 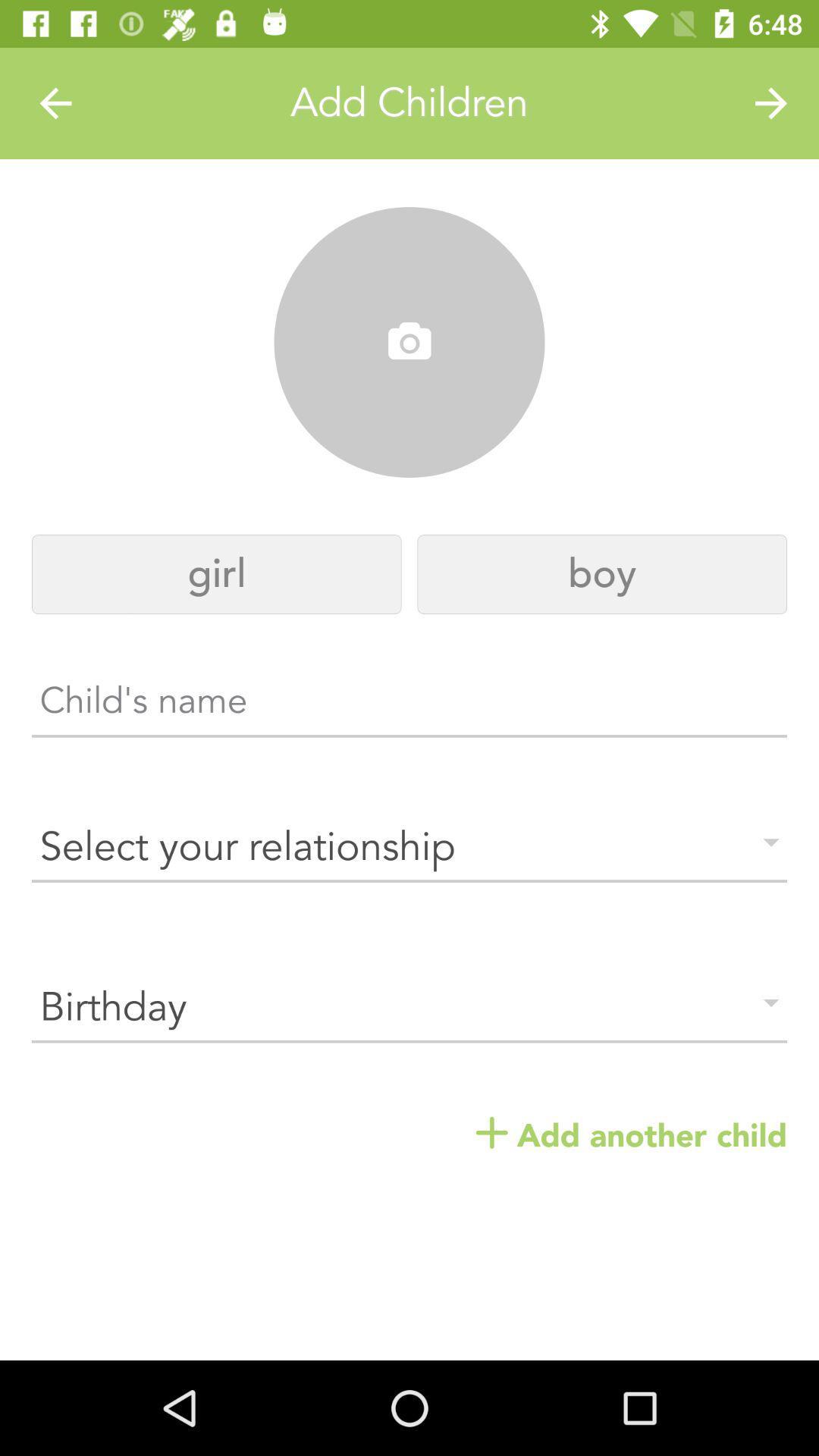 I want to click on the option boy, so click(x=601, y=573).